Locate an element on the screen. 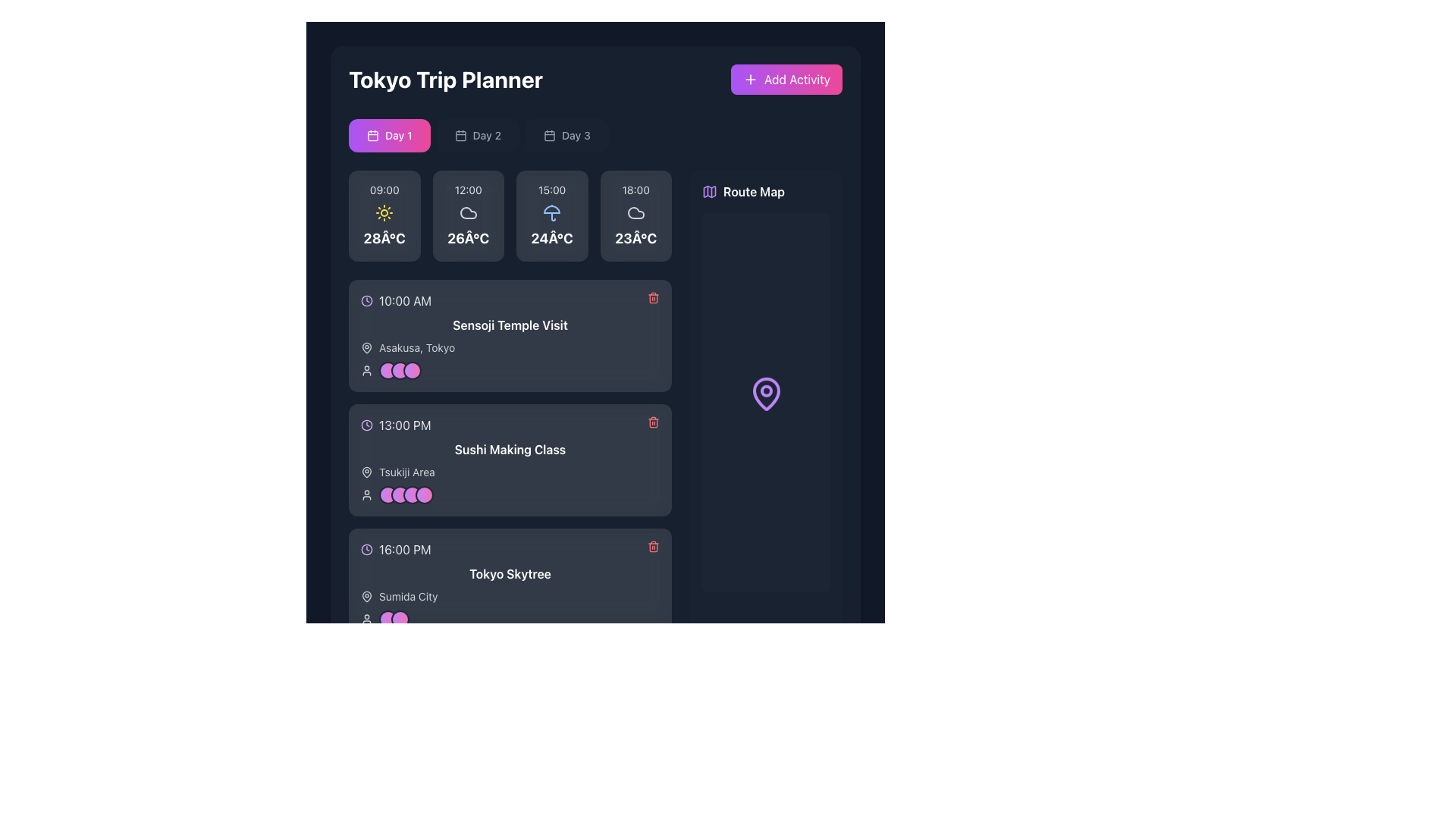 Image resolution: width=1456 pixels, height=819 pixels. the text label indicating the location of the 'Sushi Making Class' event at 13:00 PM in the itinerary is located at coordinates (406, 472).